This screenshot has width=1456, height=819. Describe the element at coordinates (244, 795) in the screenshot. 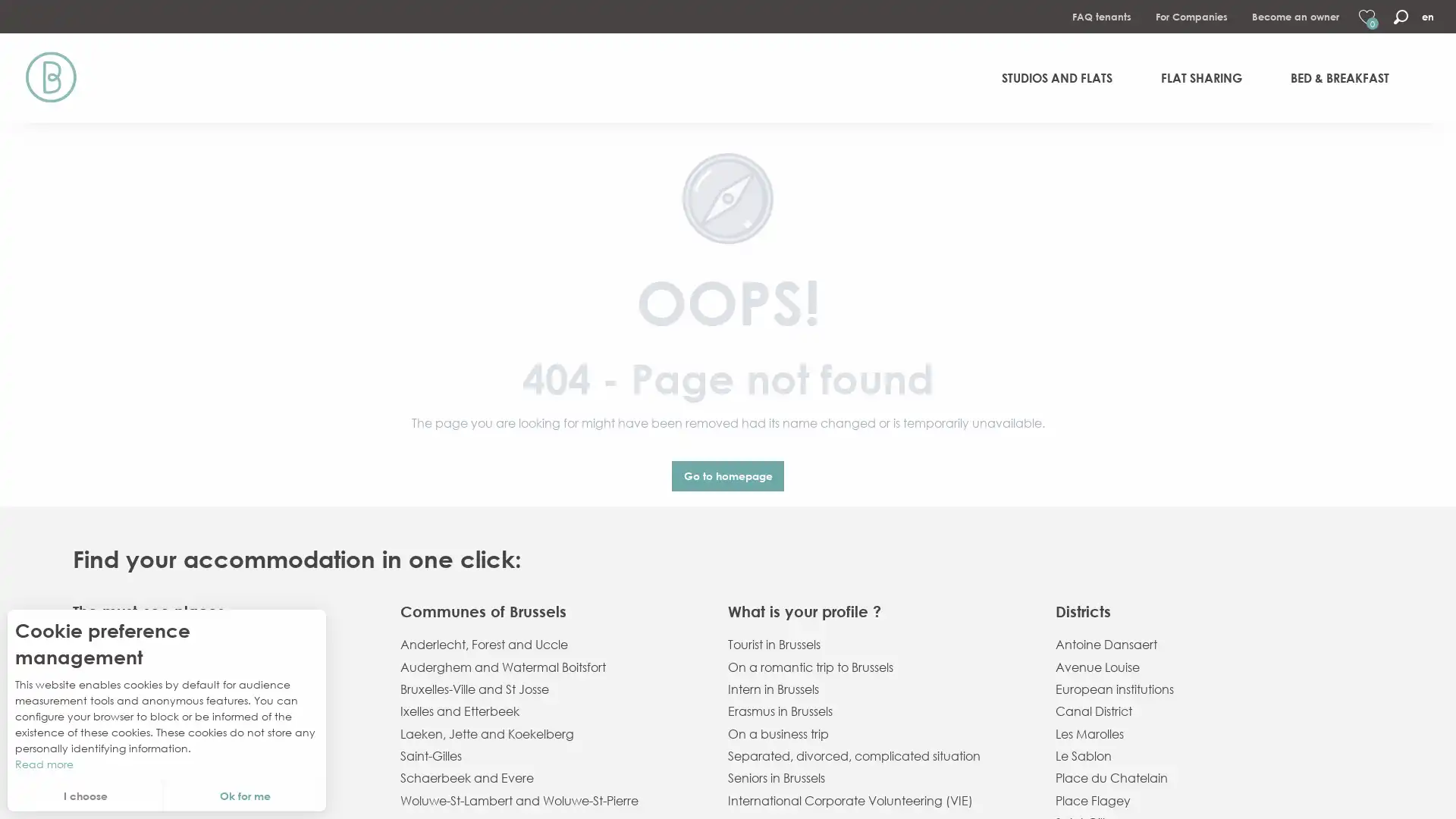

I see `allow cookies` at that location.